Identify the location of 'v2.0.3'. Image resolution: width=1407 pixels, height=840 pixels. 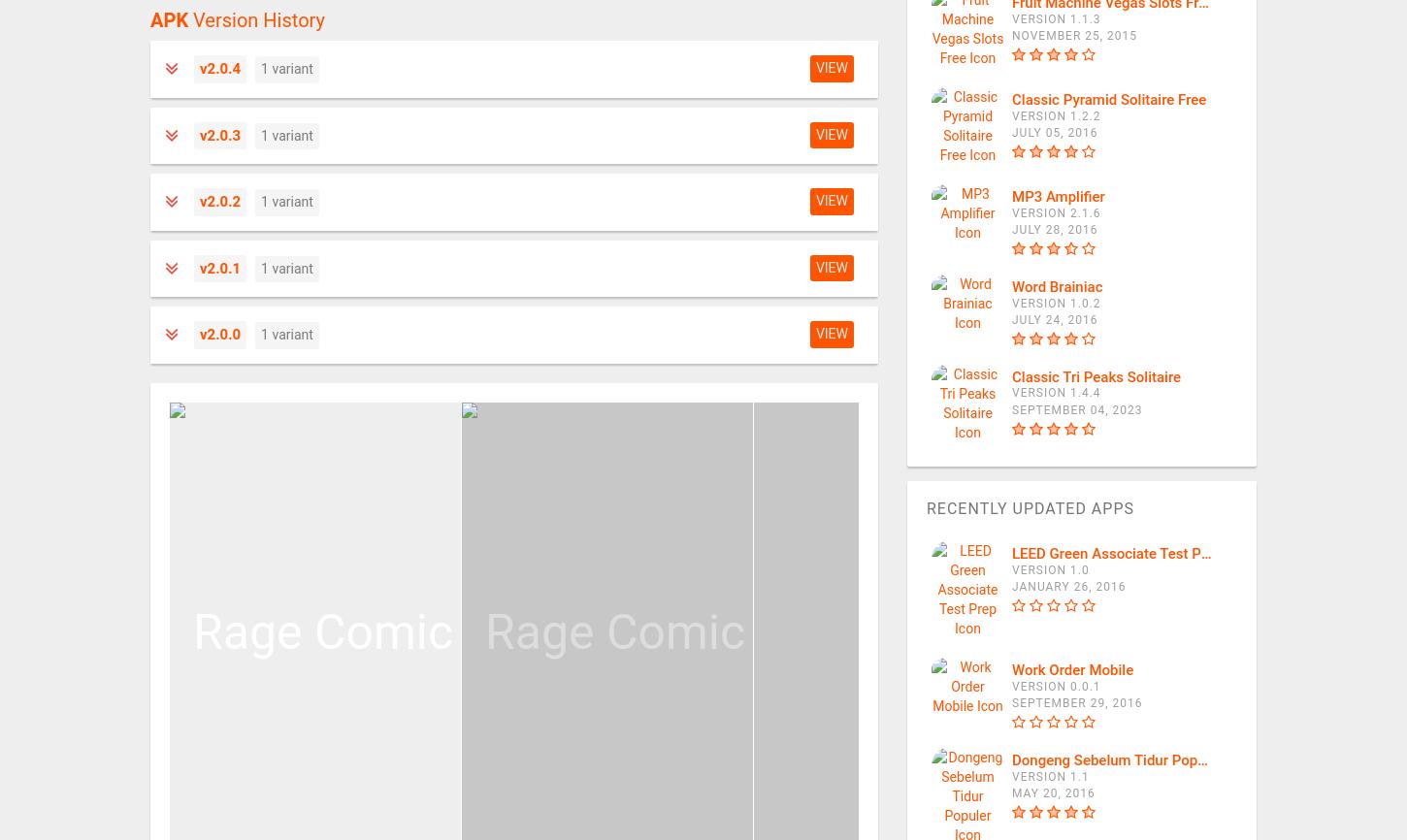
(219, 134).